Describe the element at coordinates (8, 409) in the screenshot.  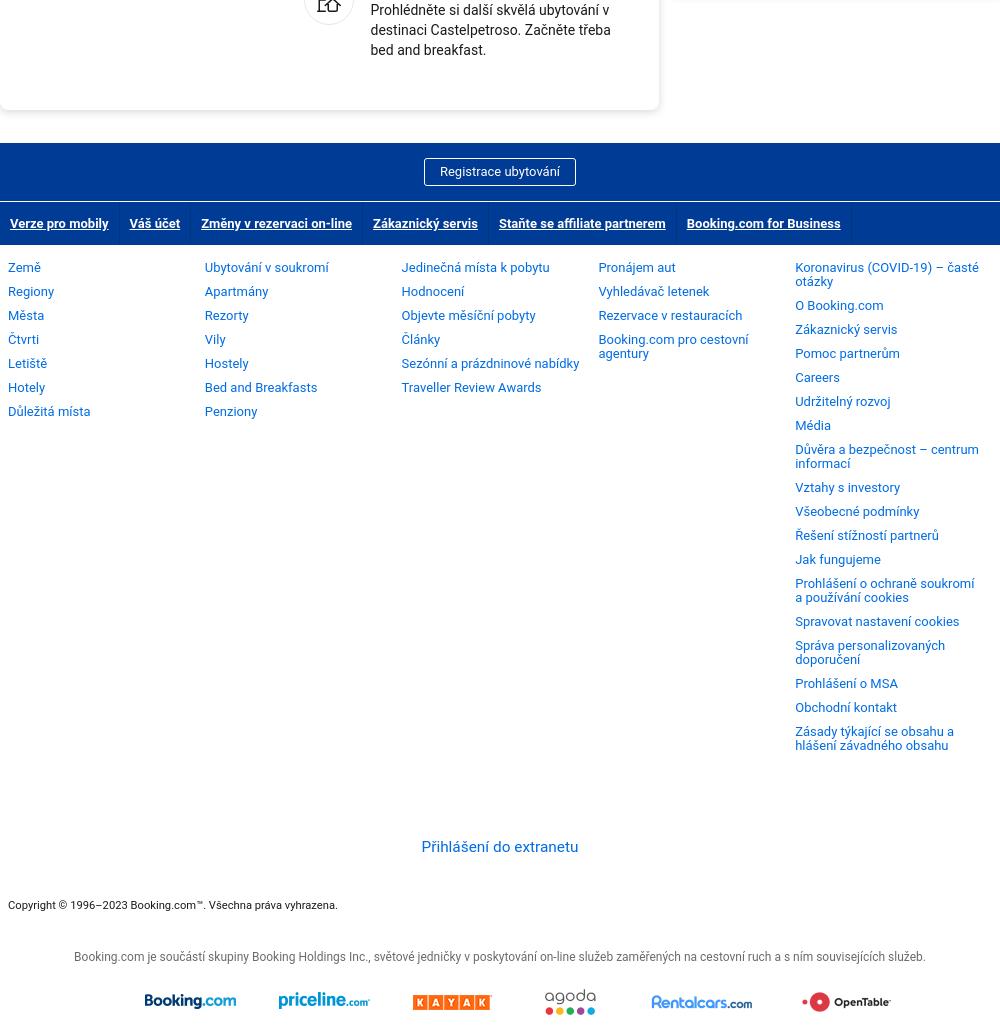
I see `'Důležitá místa'` at that location.